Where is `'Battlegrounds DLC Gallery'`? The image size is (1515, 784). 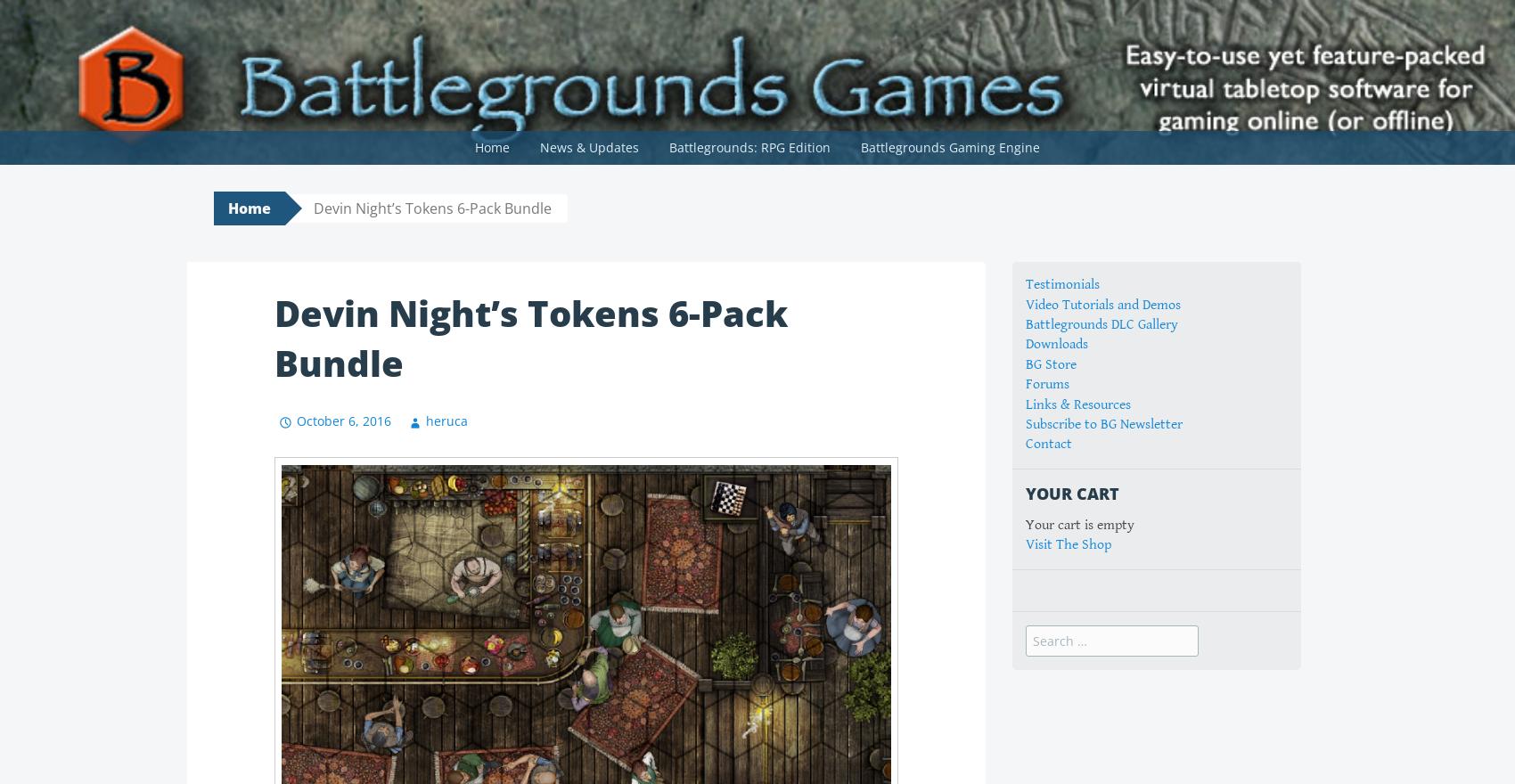
'Battlegrounds DLC Gallery' is located at coordinates (1101, 323).